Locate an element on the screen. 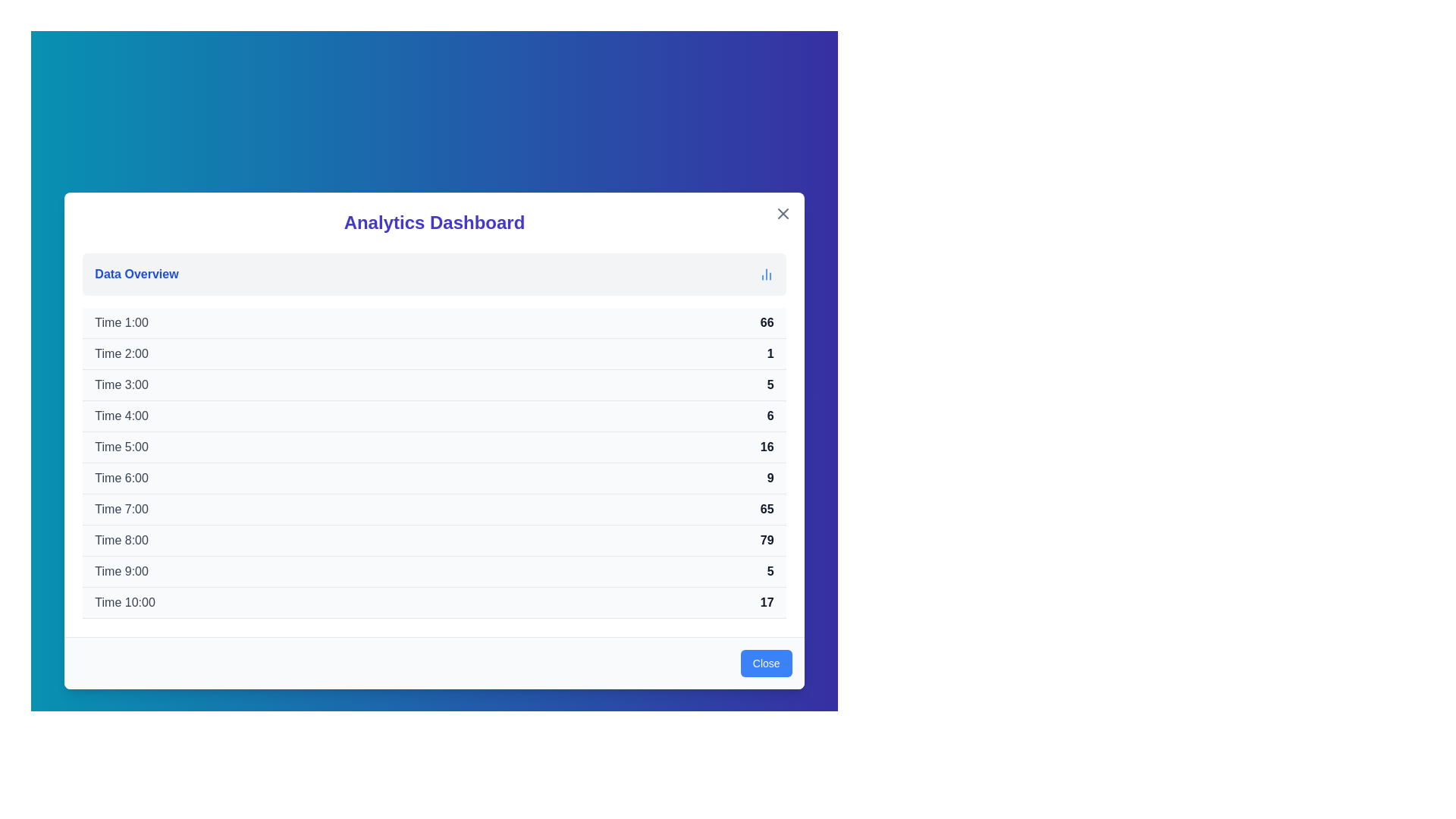 This screenshot has height=819, width=1456. 'Close' button to dismiss the dialog is located at coordinates (766, 662).